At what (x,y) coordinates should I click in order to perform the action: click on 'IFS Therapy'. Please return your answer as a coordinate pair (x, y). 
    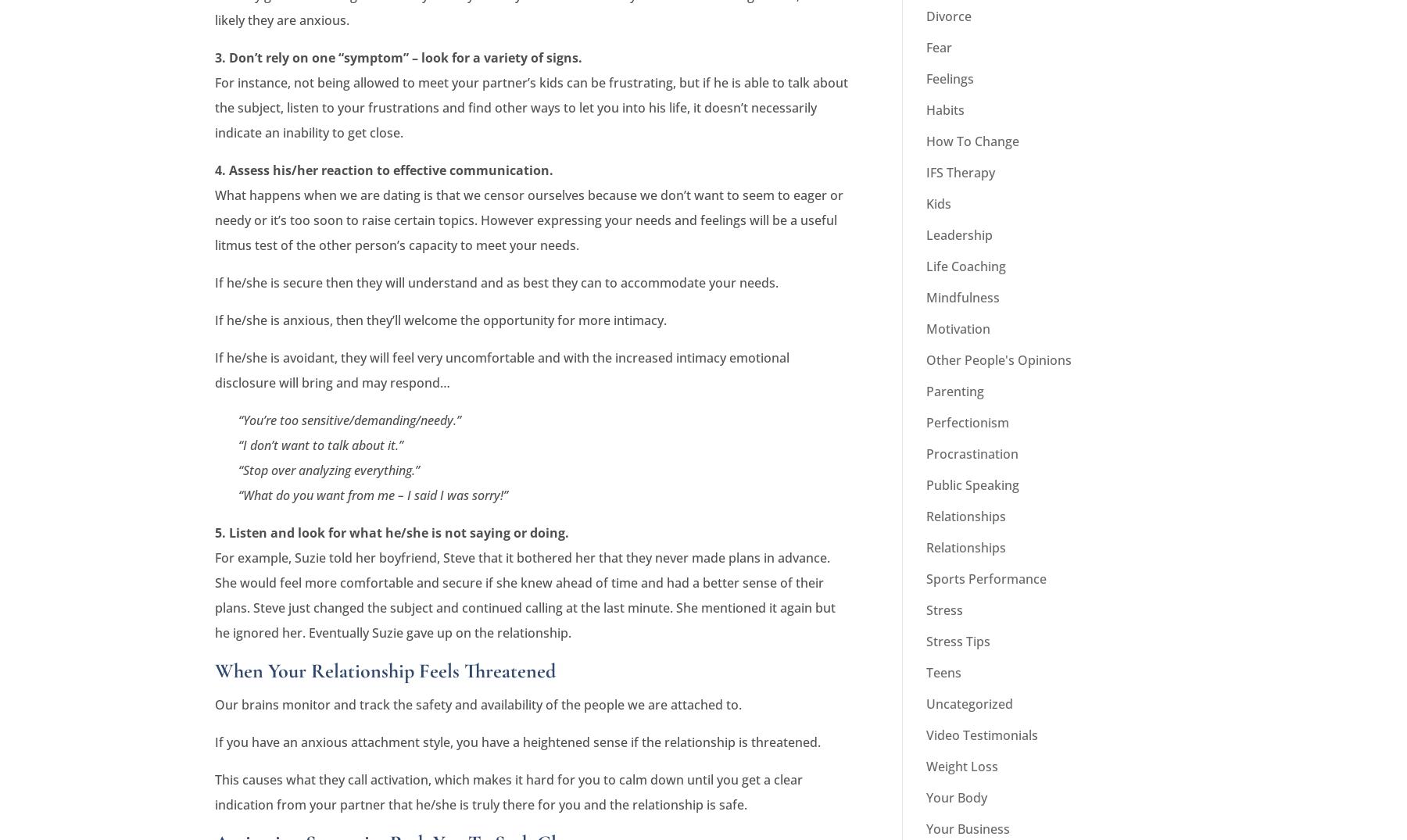
    Looking at the image, I should click on (925, 171).